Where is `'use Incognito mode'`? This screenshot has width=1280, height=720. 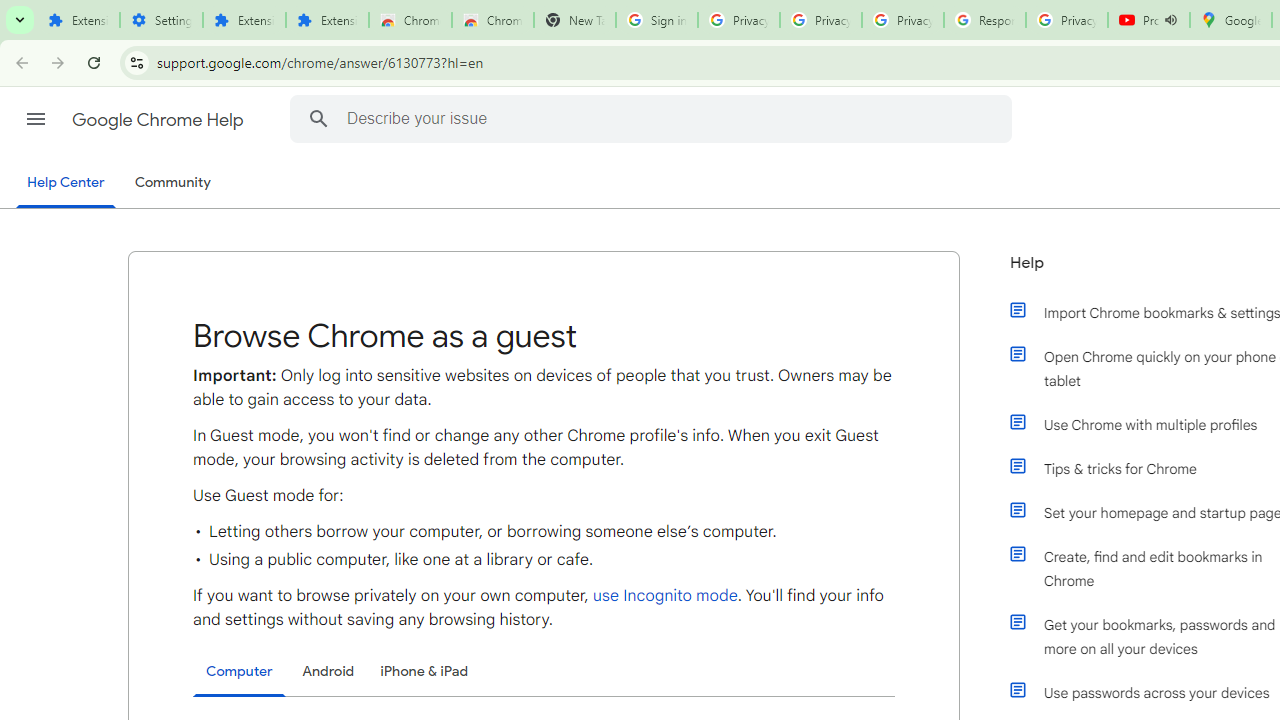 'use Incognito mode' is located at coordinates (664, 595).